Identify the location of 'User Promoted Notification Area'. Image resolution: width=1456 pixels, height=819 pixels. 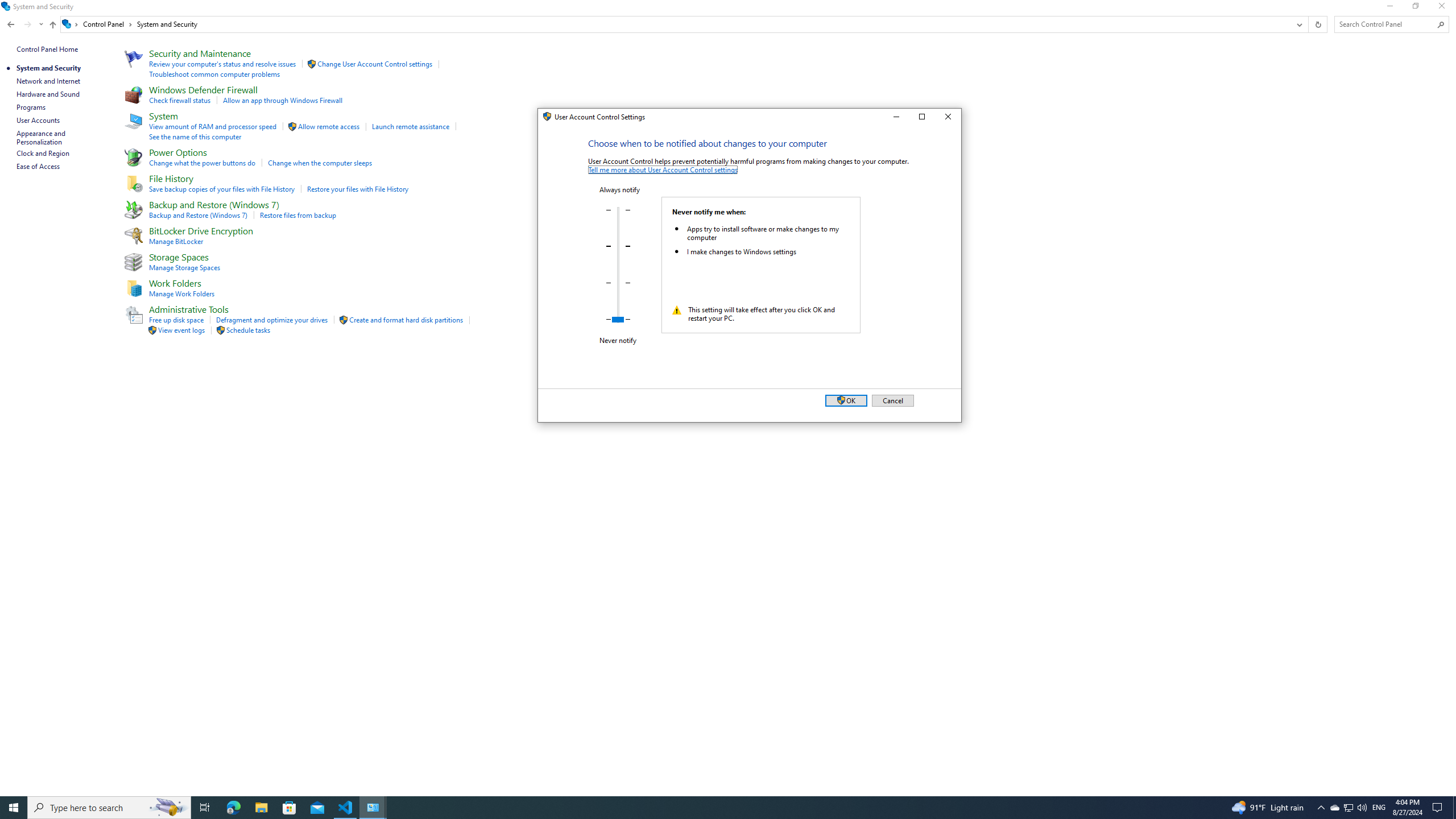
(1347, 806).